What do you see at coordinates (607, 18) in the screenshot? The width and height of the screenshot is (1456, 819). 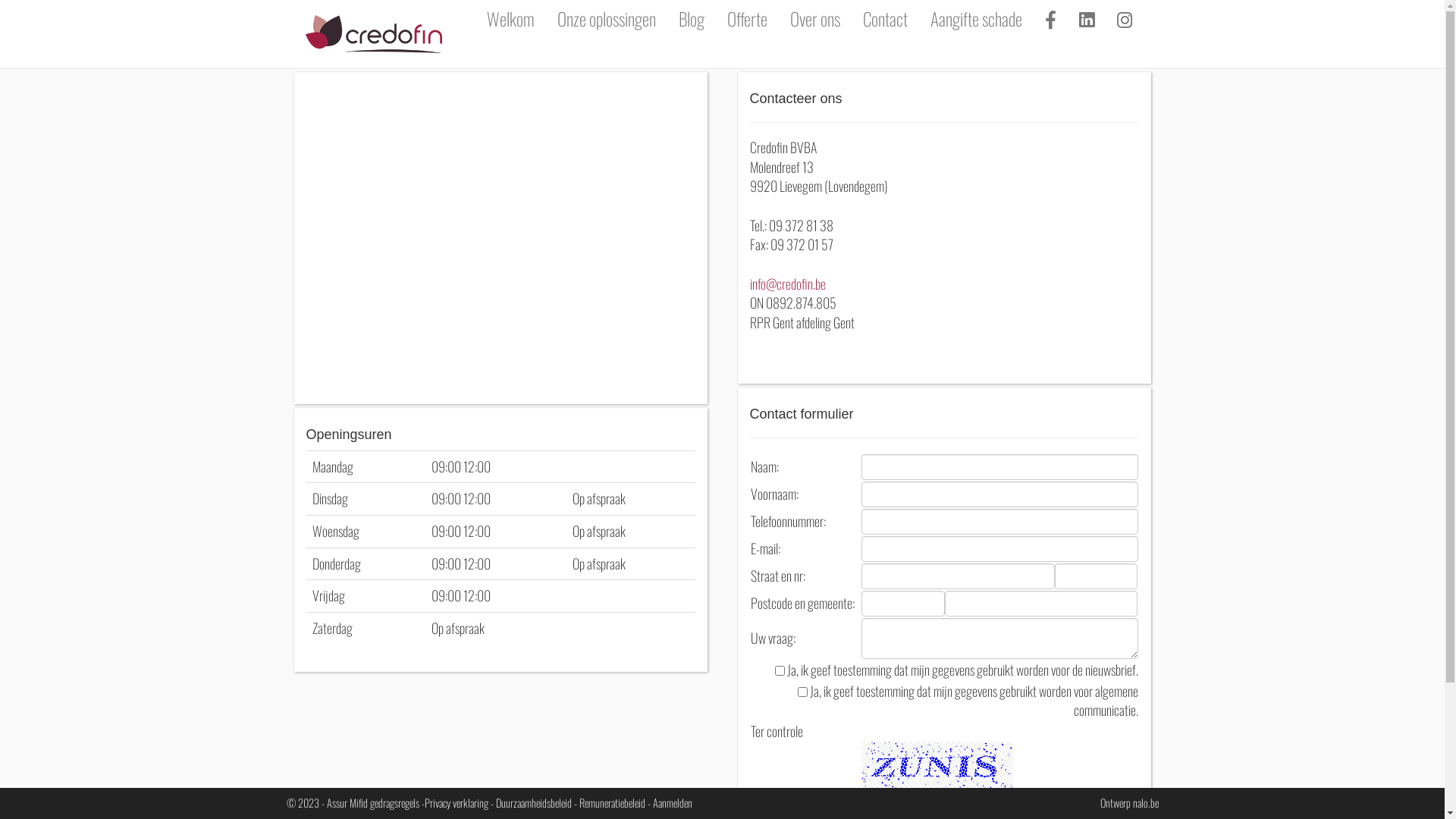 I see `'Onze oplossingen'` at bounding box center [607, 18].